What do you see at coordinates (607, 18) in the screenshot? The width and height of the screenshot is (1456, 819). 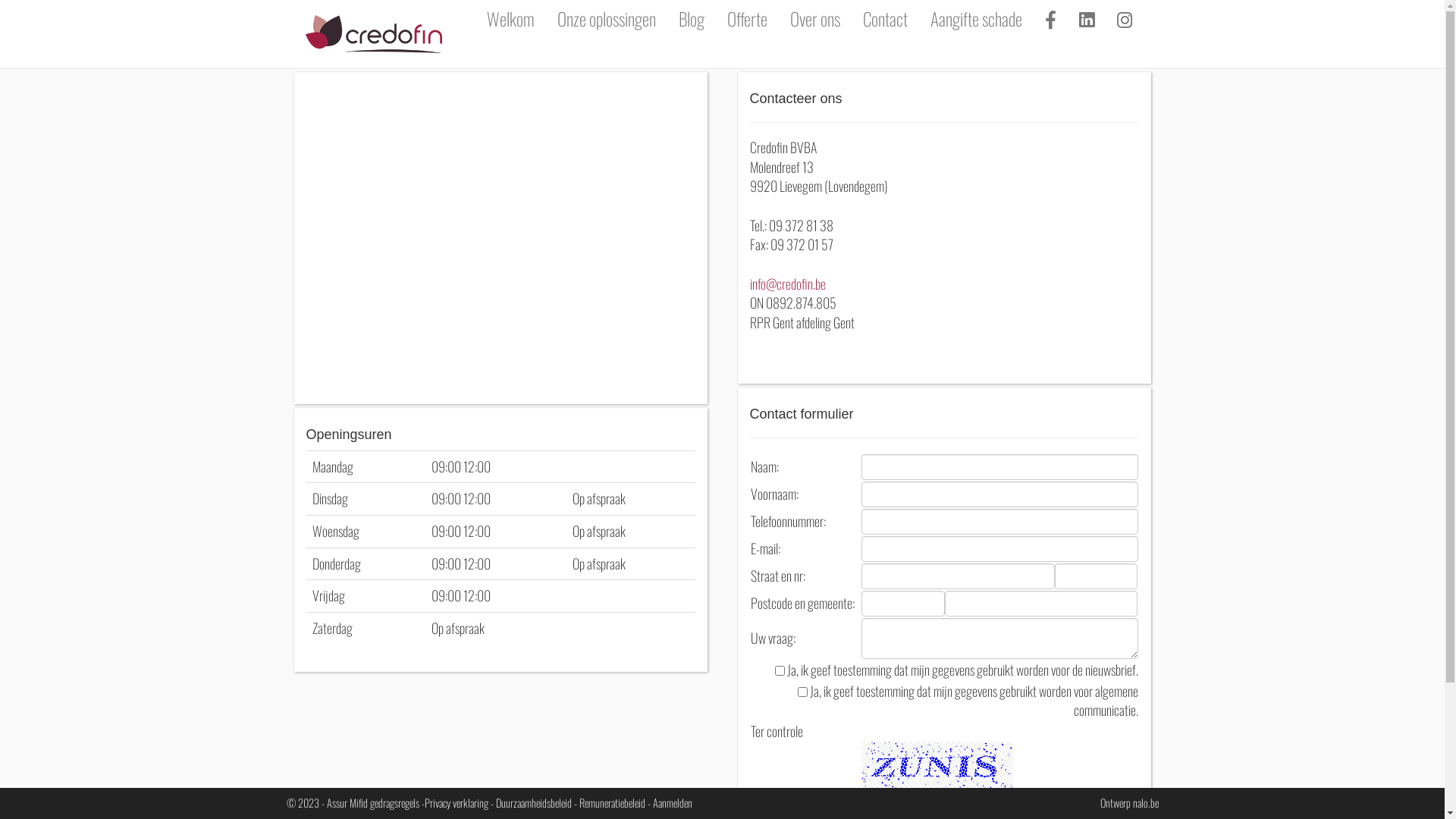 I see `'Onze oplossingen'` at bounding box center [607, 18].